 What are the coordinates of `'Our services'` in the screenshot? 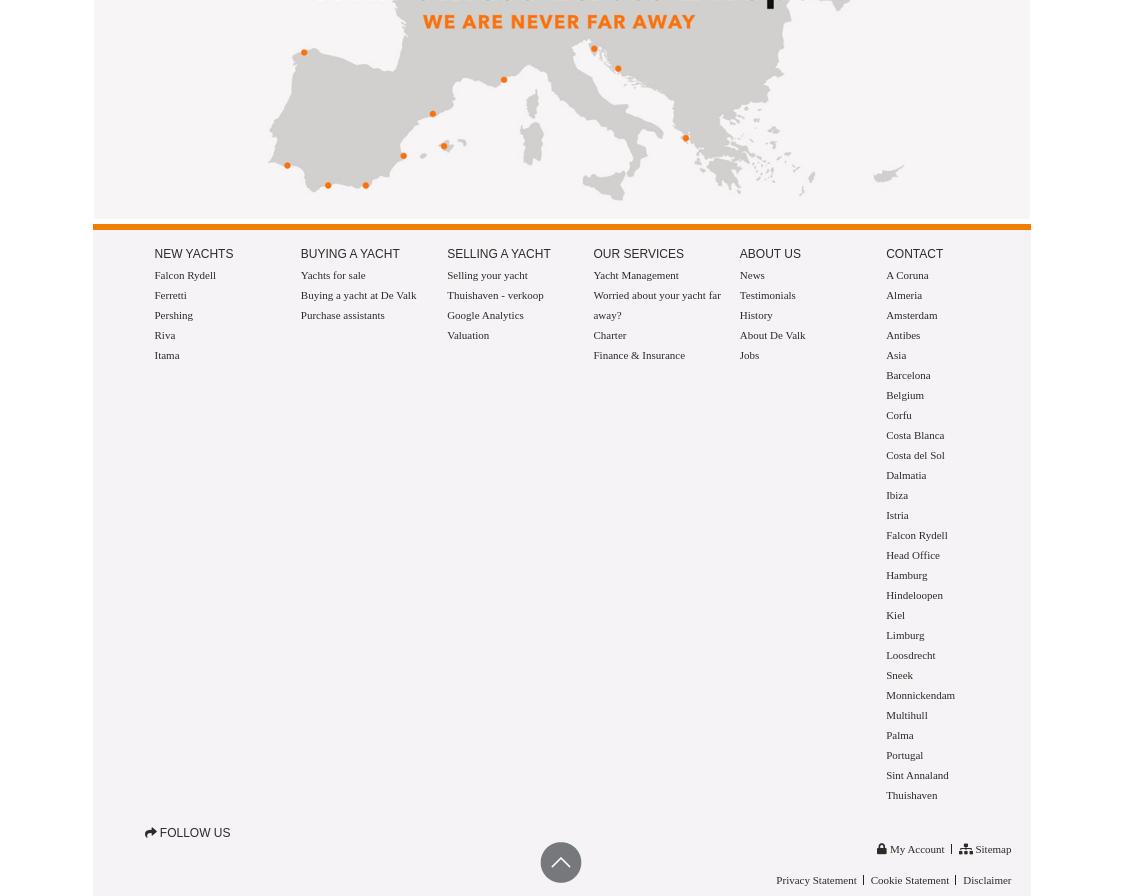 It's located at (637, 254).